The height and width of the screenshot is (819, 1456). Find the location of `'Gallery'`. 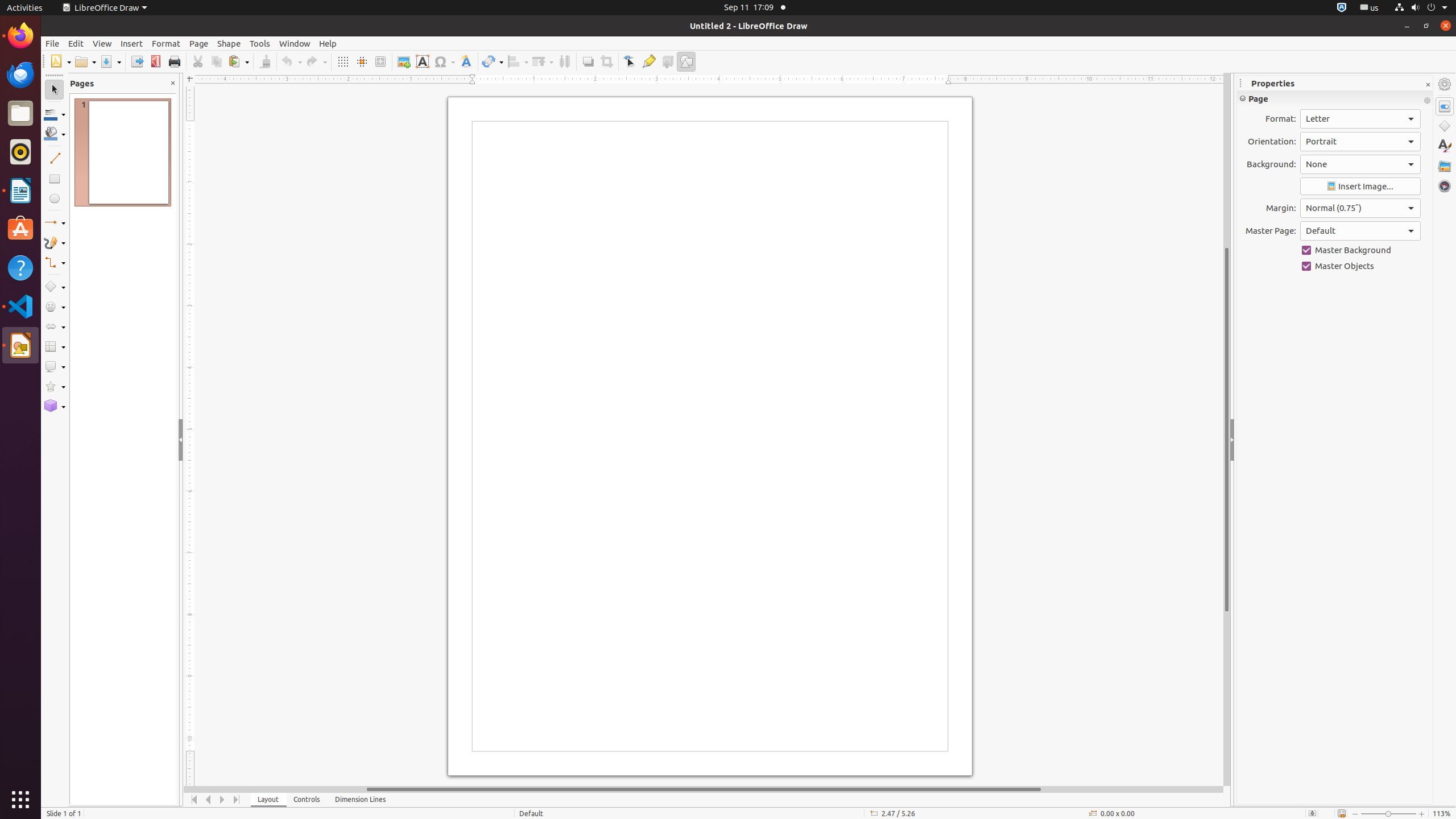

'Gallery' is located at coordinates (1444, 166).